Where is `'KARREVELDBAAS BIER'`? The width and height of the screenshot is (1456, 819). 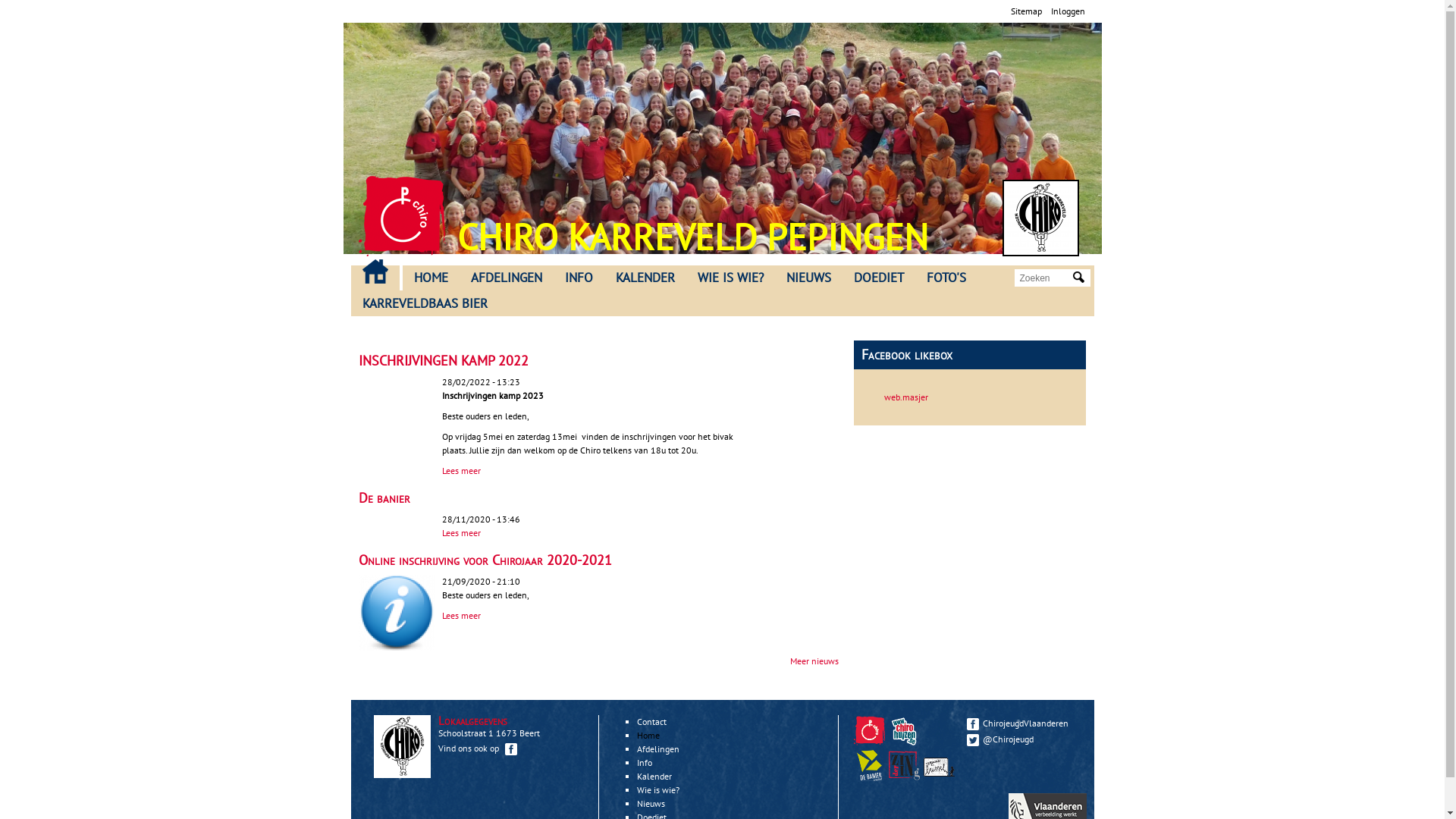 'KARREVELDBAAS BIER' is located at coordinates (349, 304).